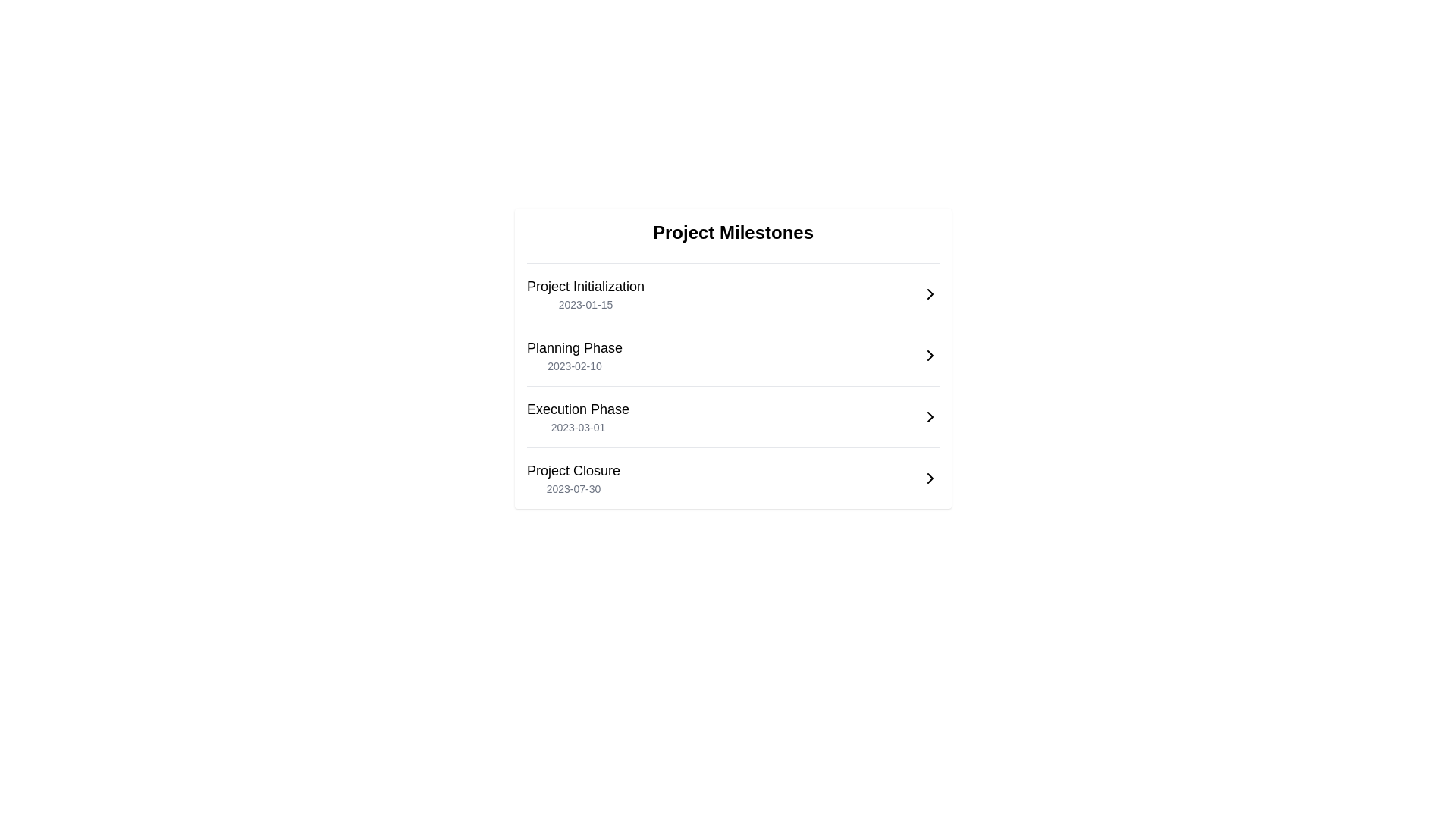 This screenshot has width=1456, height=819. I want to click on text label for the milestone 'Project Closure', which is located in the fourth row of the 'Project Milestones' list, above the date '2023-07-30', so click(573, 470).